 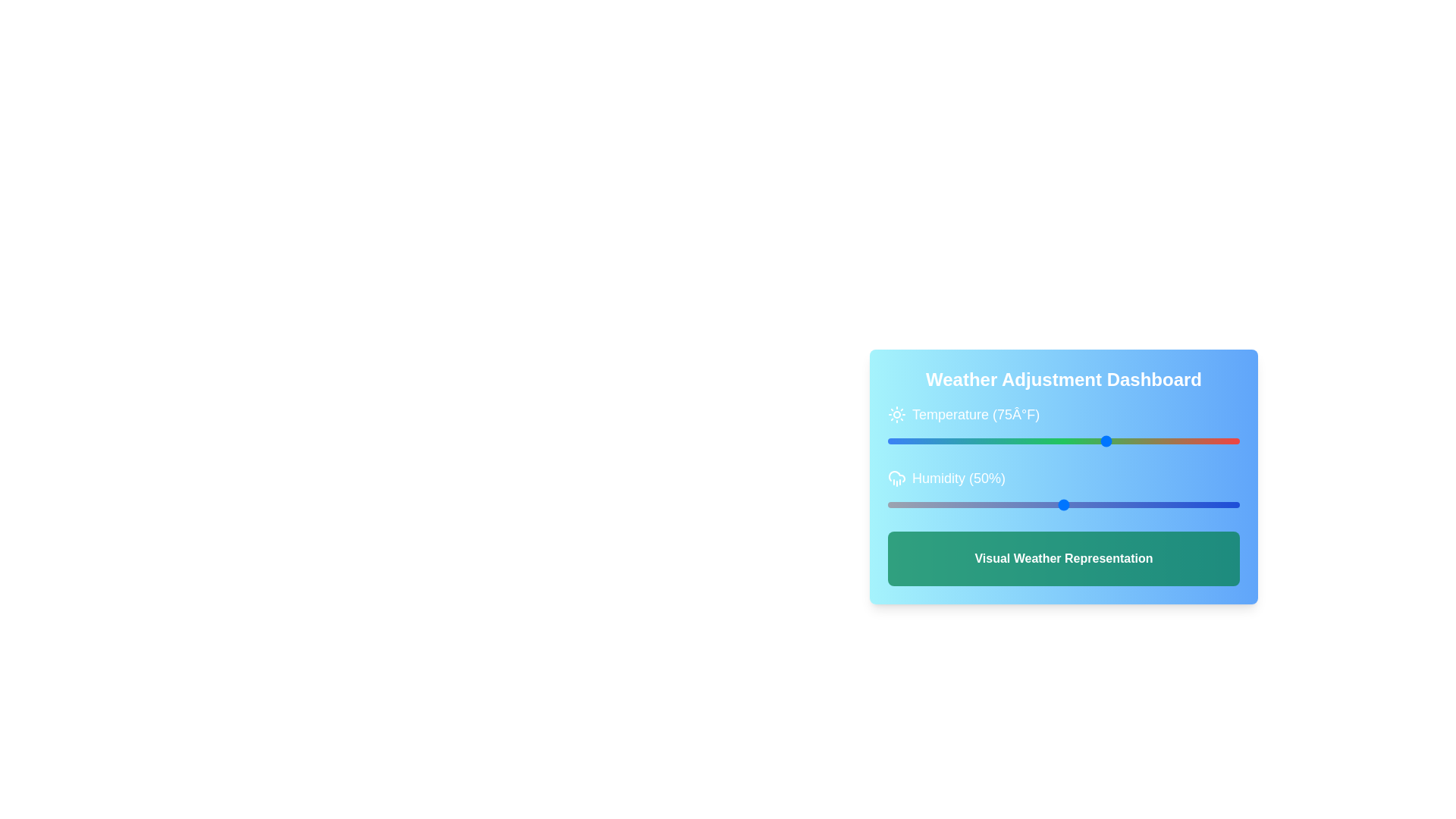 What do you see at coordinates (1031, 441) in the screenshot?
I see `the temperature slider to 32 degrees Fahrenheit` at bounding box center [1031, 441].